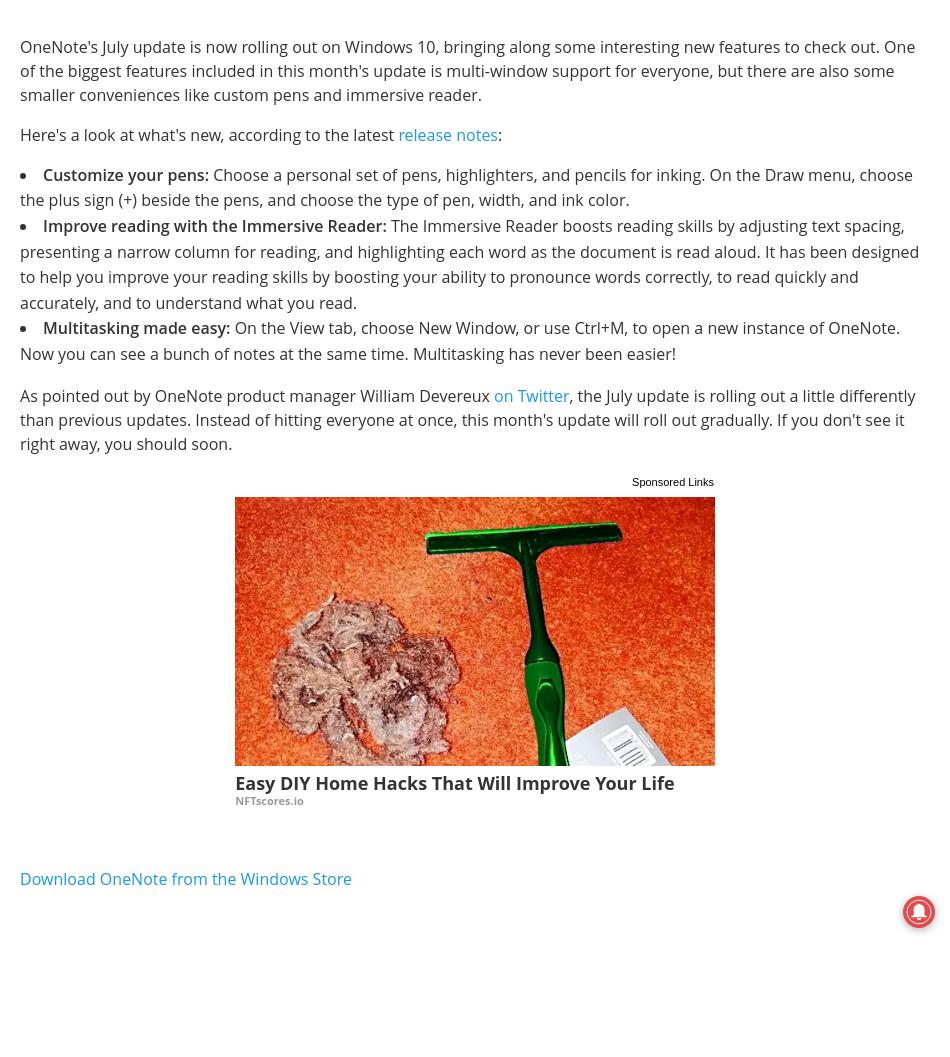 The width and height of the screenshot is (950, 1057). What do you see at coordinates (43, 225) in the screenshot?
I see `'Improve reading with the Immersive Reader:'` at bounding box center [43, 225].